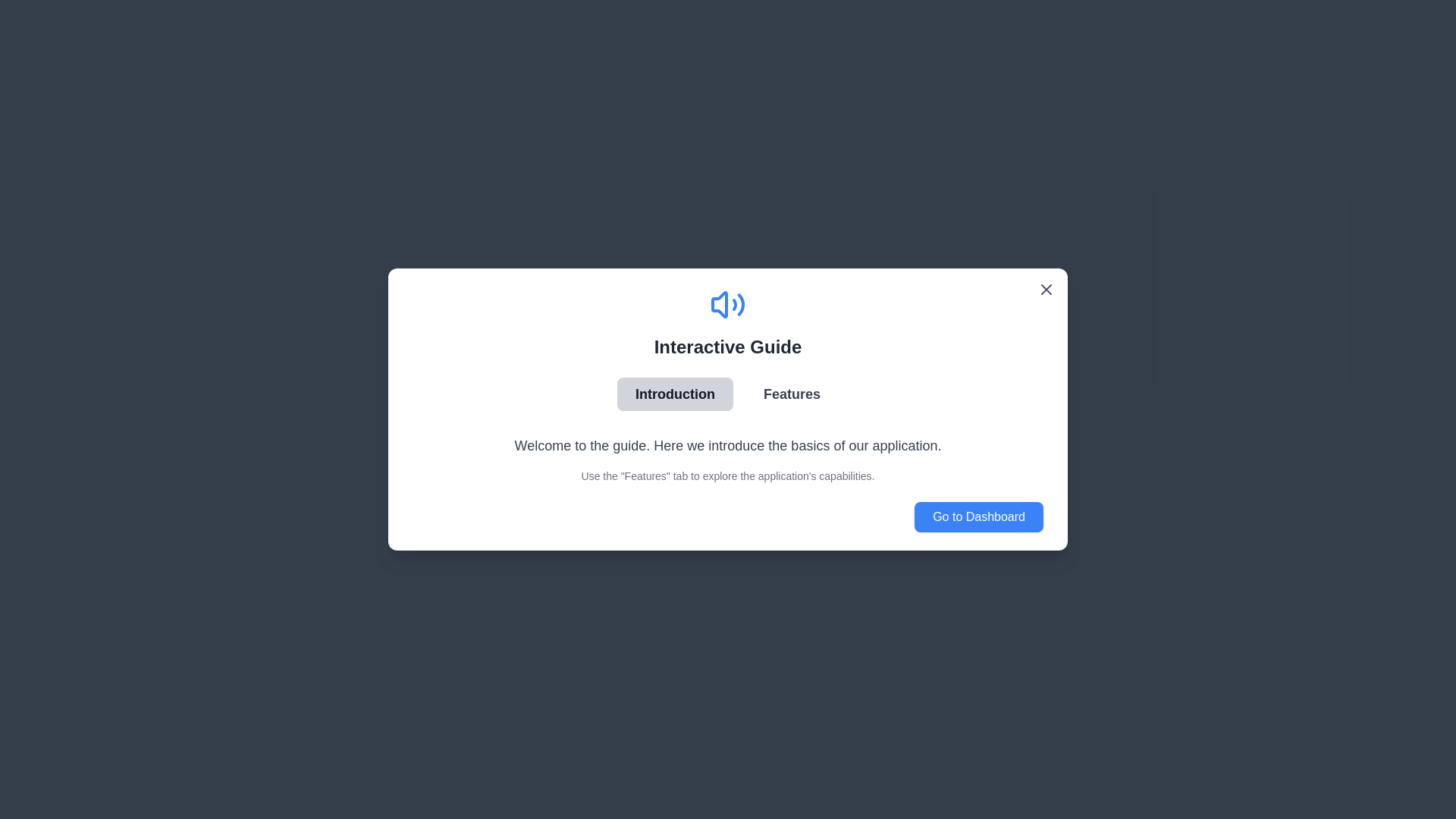 The image size is (1456, 819). I want to click on the 'Introduction' button located centrally at the top of the white panel, so click(674, 394).